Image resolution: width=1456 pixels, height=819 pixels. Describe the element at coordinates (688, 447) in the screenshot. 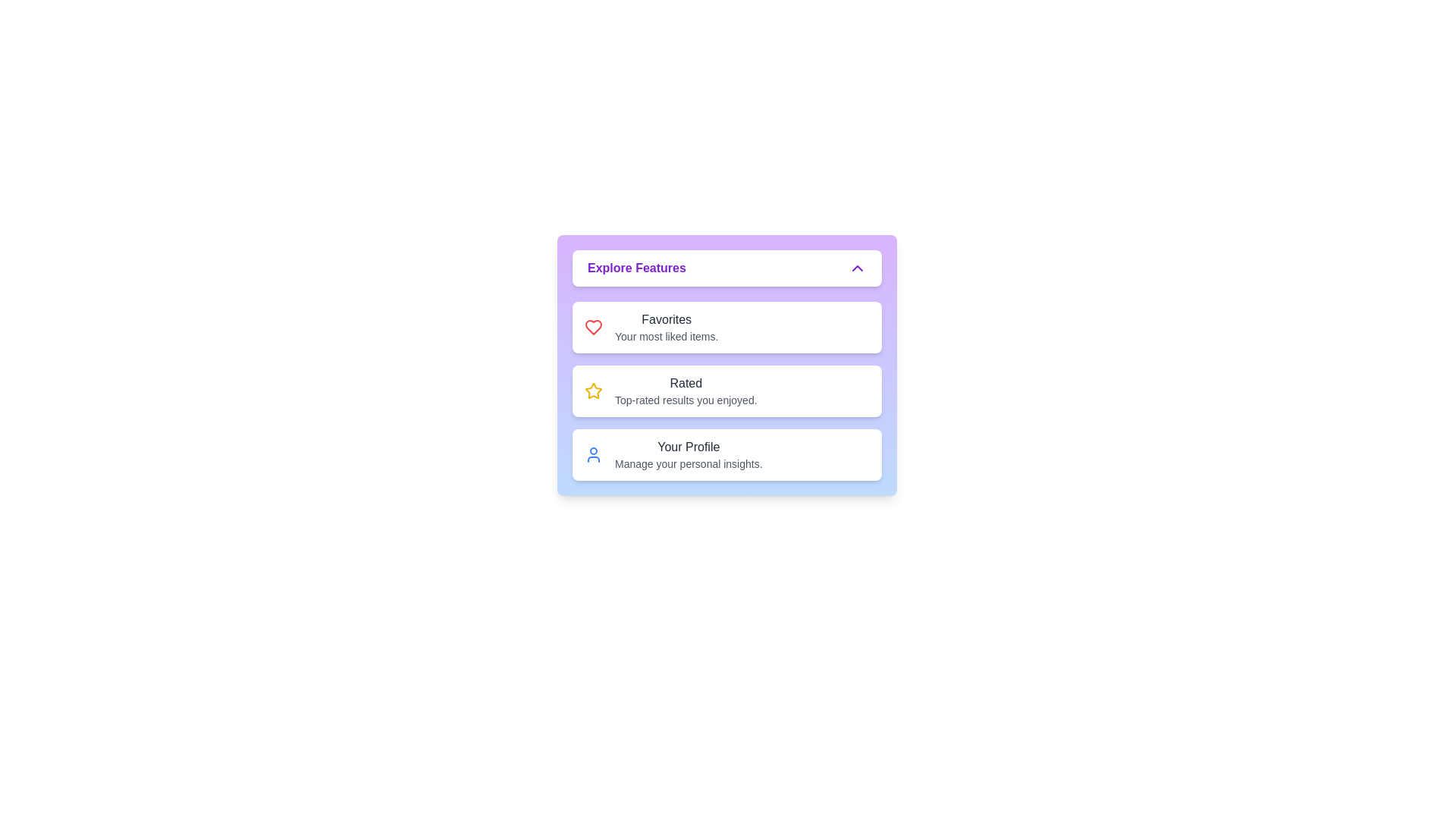

I see `the text label titled 'Your Profile' that serves as a title for a section in the 'Explore Features' card, located below 'Favorites' and 'Rated'` at that location.